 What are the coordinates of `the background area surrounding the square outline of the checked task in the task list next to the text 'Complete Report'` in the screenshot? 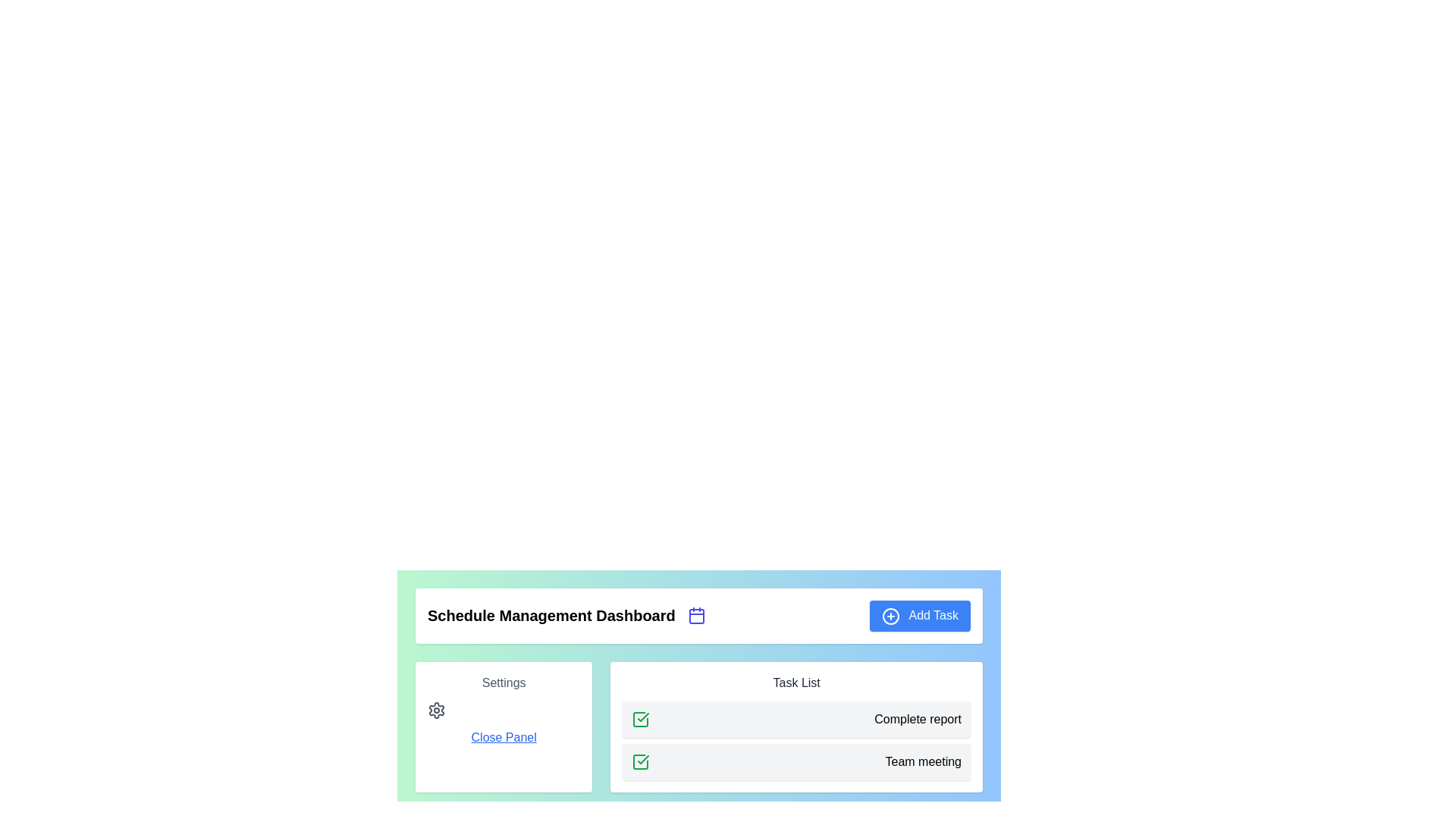 It's located at (641, 761).